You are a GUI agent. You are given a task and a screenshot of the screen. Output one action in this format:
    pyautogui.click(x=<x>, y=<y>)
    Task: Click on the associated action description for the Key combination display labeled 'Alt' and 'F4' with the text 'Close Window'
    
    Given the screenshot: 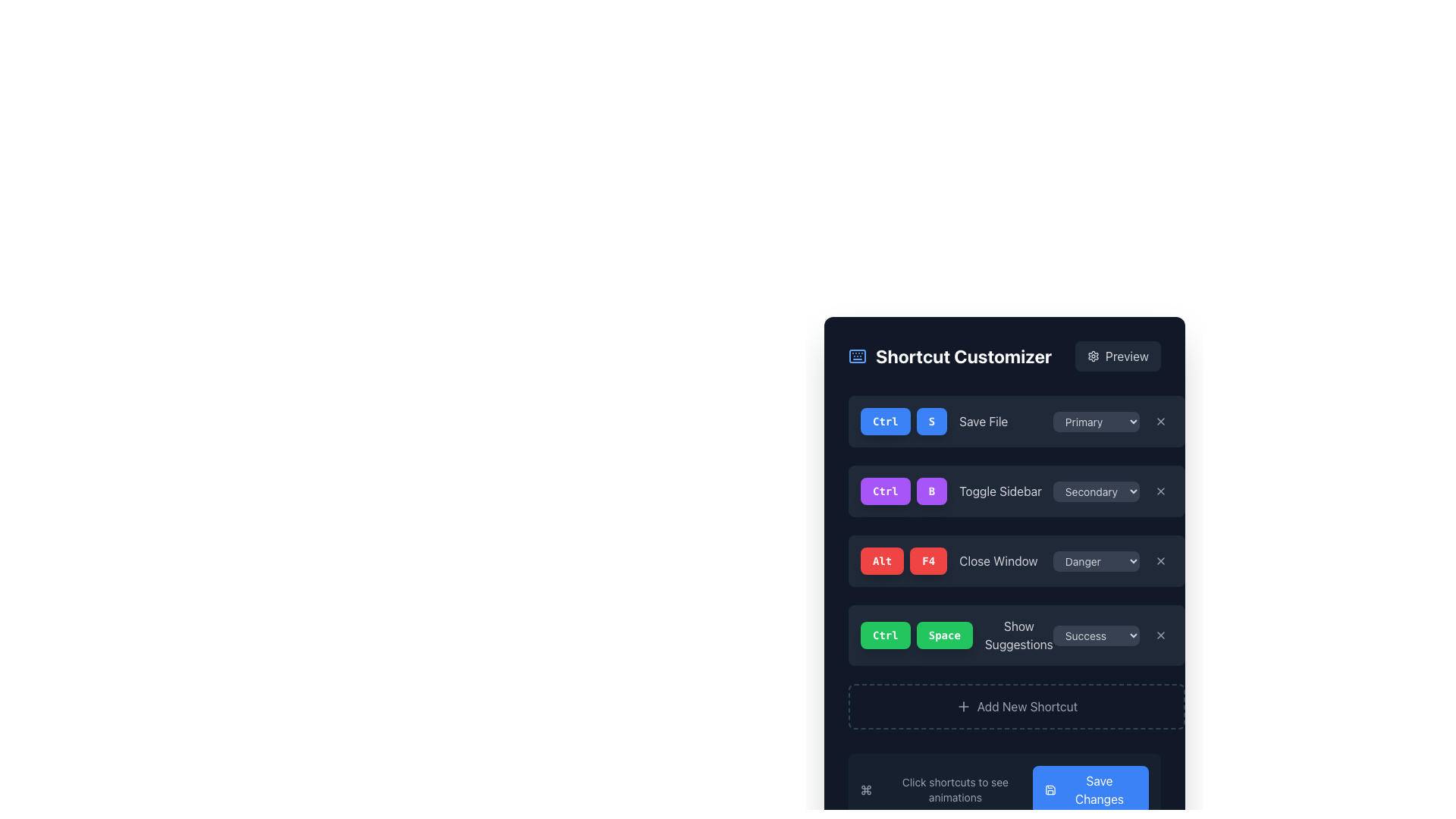 What is the action you would take?
    pyautogui.click(x=948, y=561)
    